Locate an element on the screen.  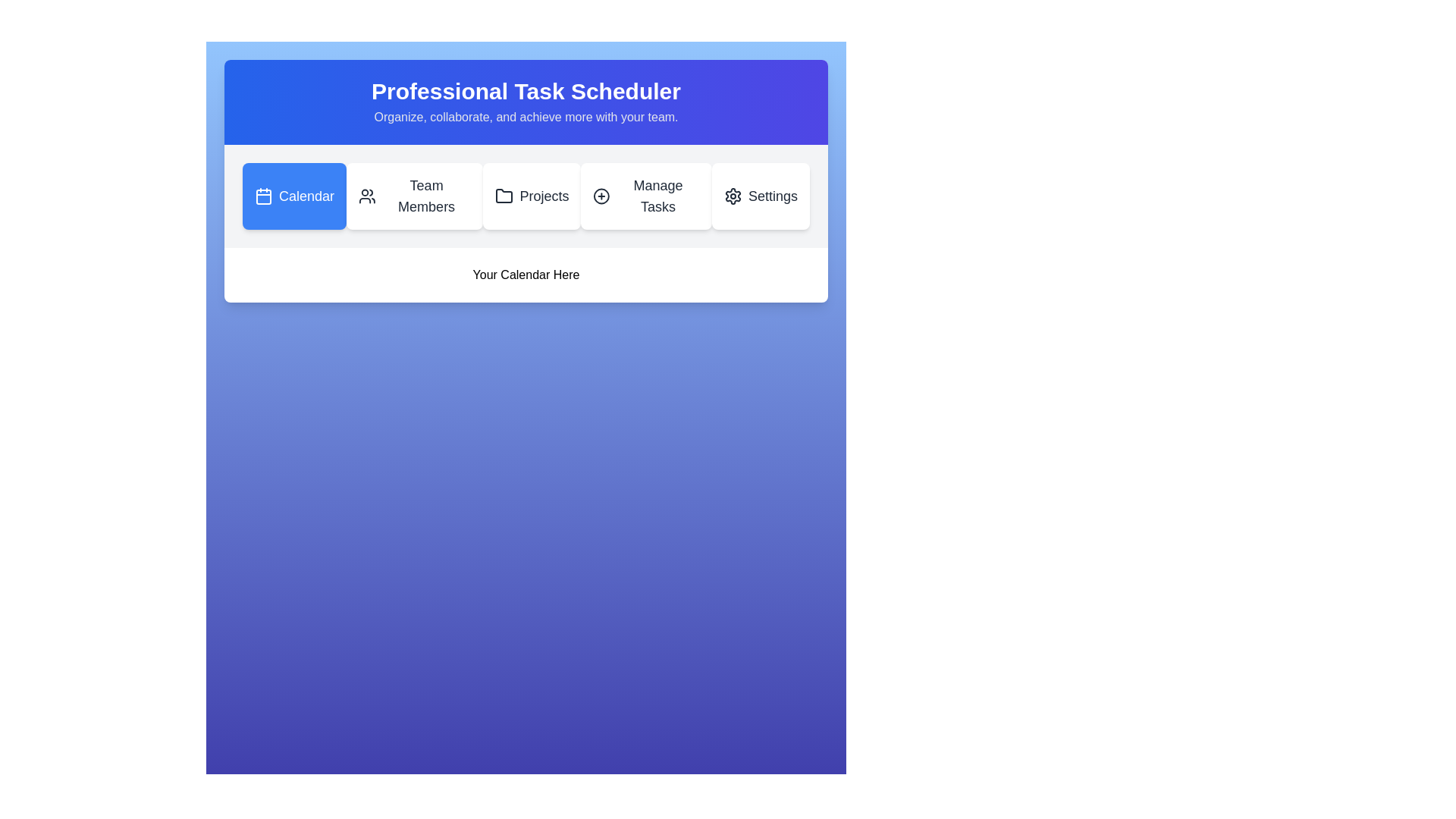
the 'Manage Tasks' button, which is a rectangular button with a circular '+' icon and is located between the 'Projects' and 'Settings' buttons in the horizontal menu bar is located at coordinates (646, 195).